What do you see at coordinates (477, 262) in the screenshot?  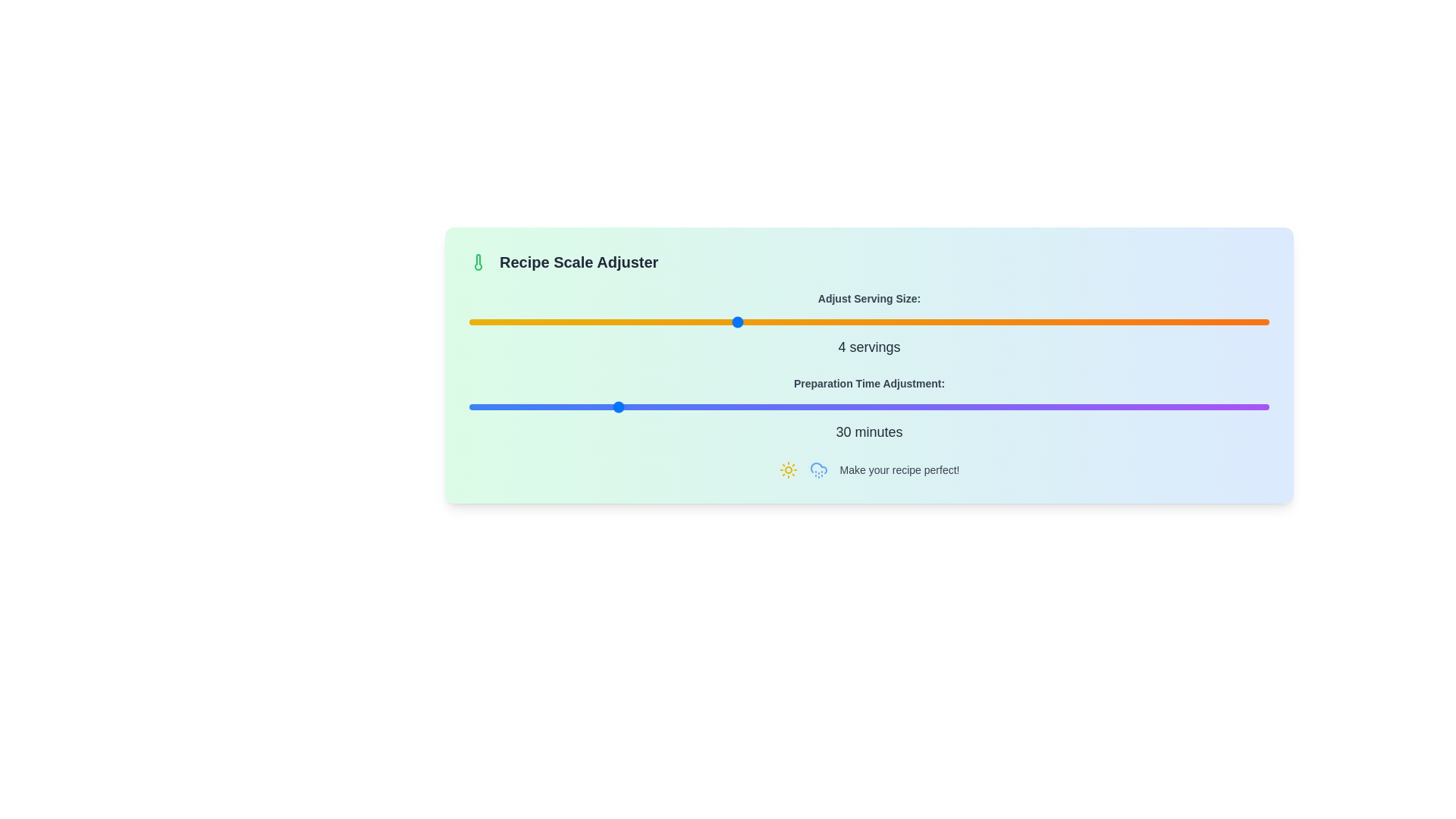 I see `the thermometer icon located near the top-left corner of the interface, adjacent to the 'Recipe Scale Adjuster' text` at bounding box center [477, 262].